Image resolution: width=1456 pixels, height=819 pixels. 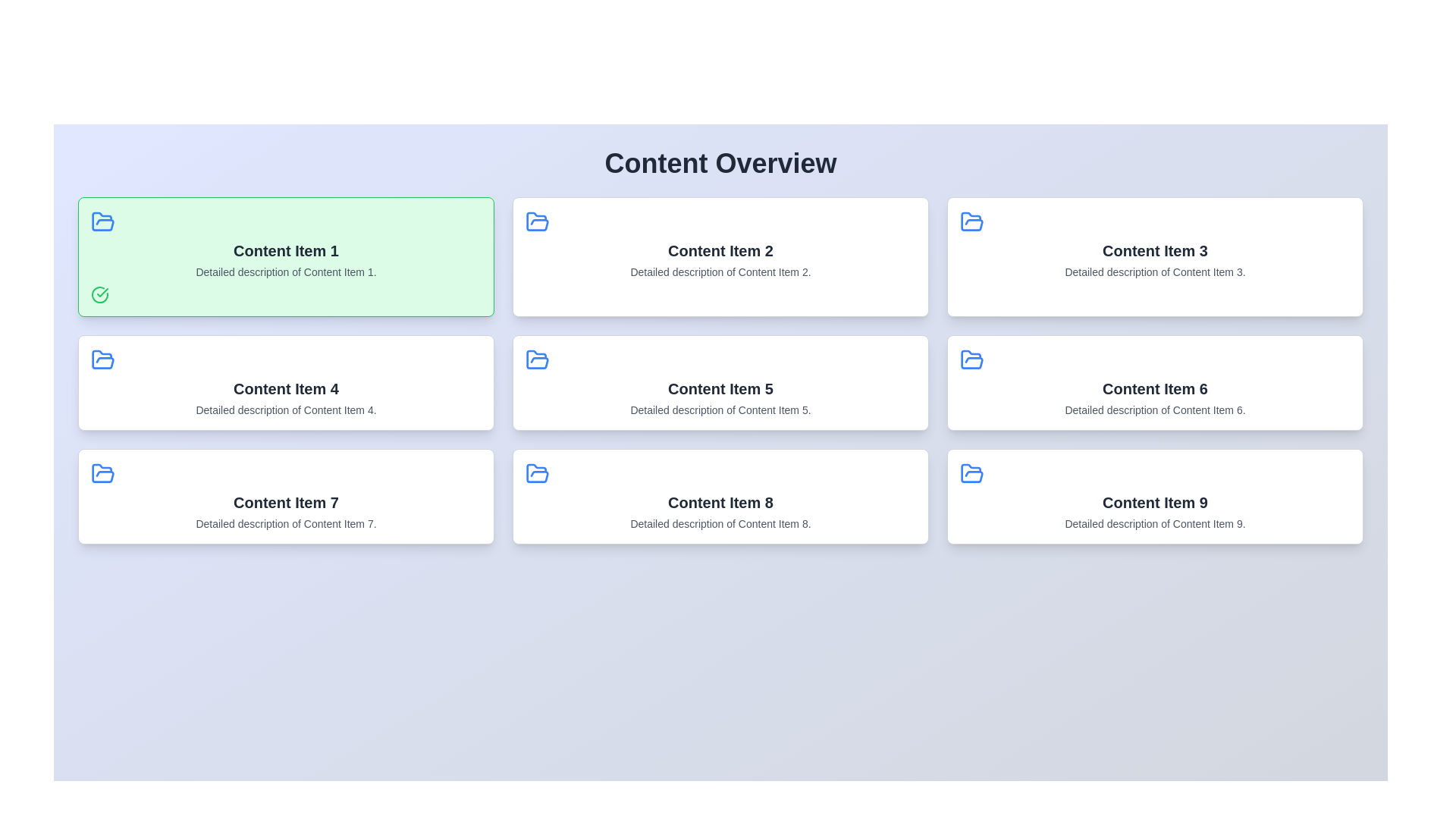 I want to click on the open folder SVG icon located at the top left corner of the card labeled 'Content Item 6', so click(x=971, y=359).